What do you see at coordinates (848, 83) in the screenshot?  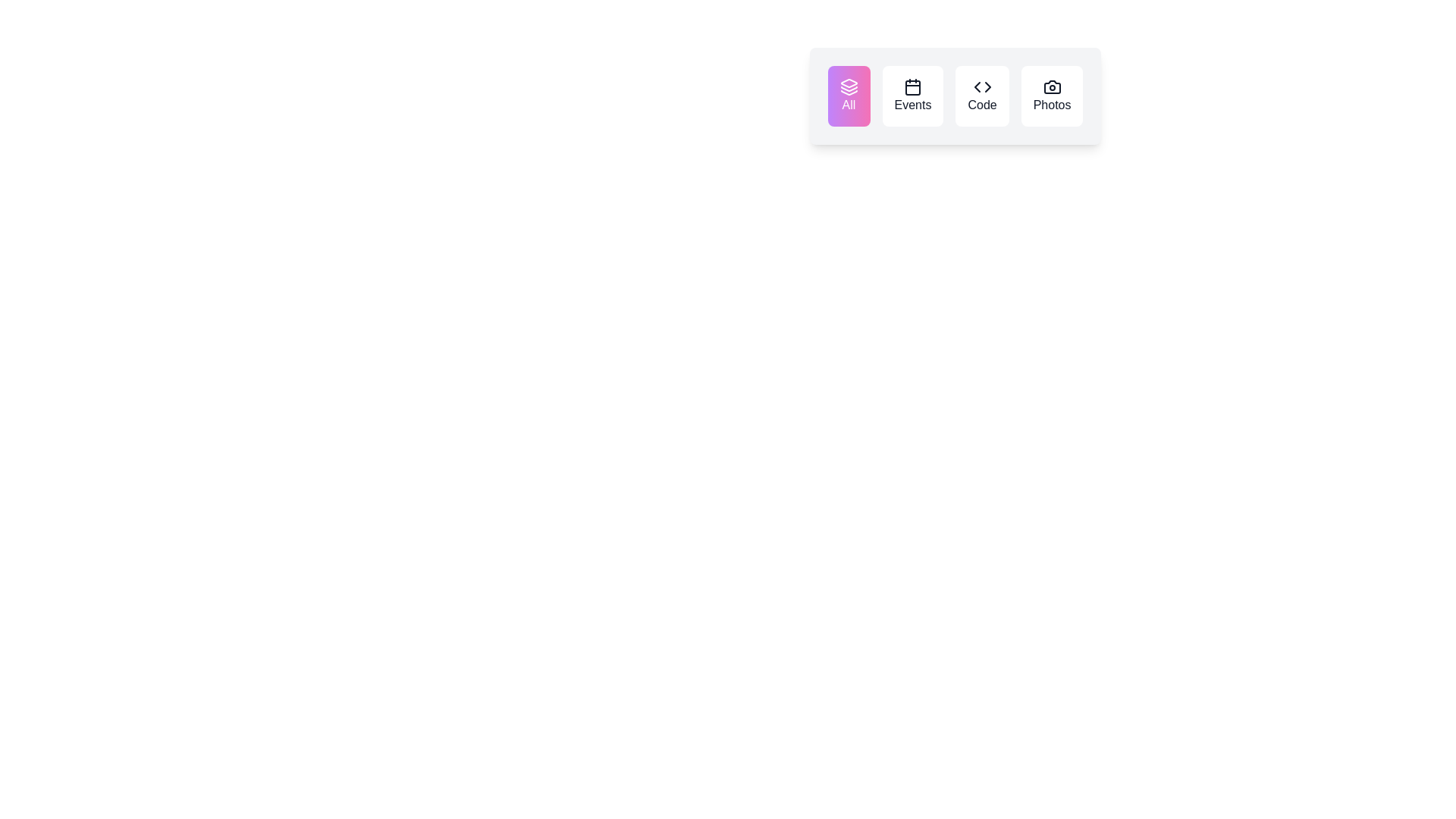 I see `the white SVG icon resembling three stacked layers located inside the purple button labeled 'All'` at bounding box center [848, 83].